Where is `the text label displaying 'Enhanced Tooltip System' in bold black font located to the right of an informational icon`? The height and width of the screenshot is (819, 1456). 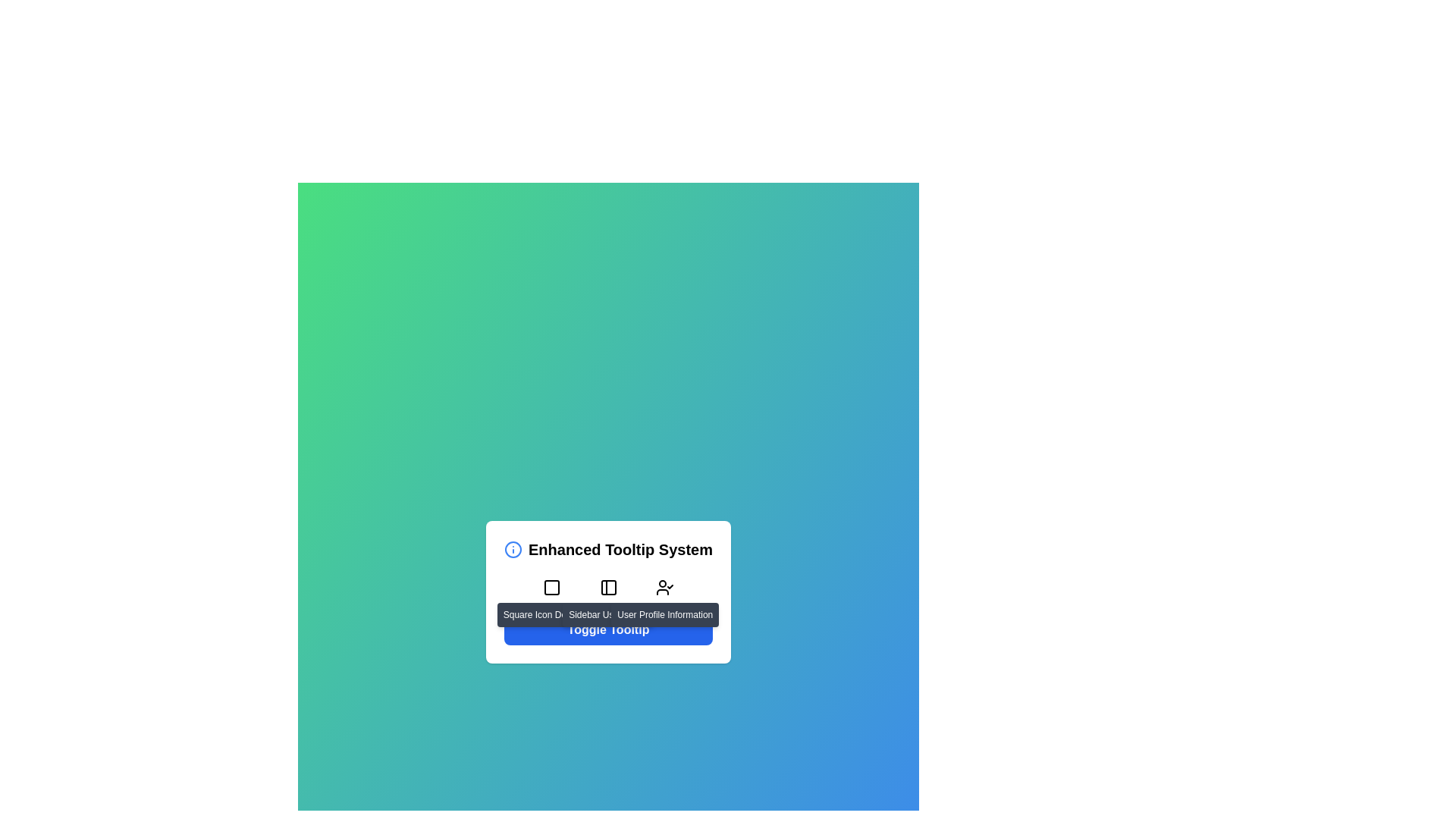 the text label displaying 'Enhanced Tooltip System' in bold black font located to the right of an informational icon is located at coordinates (620, 550).